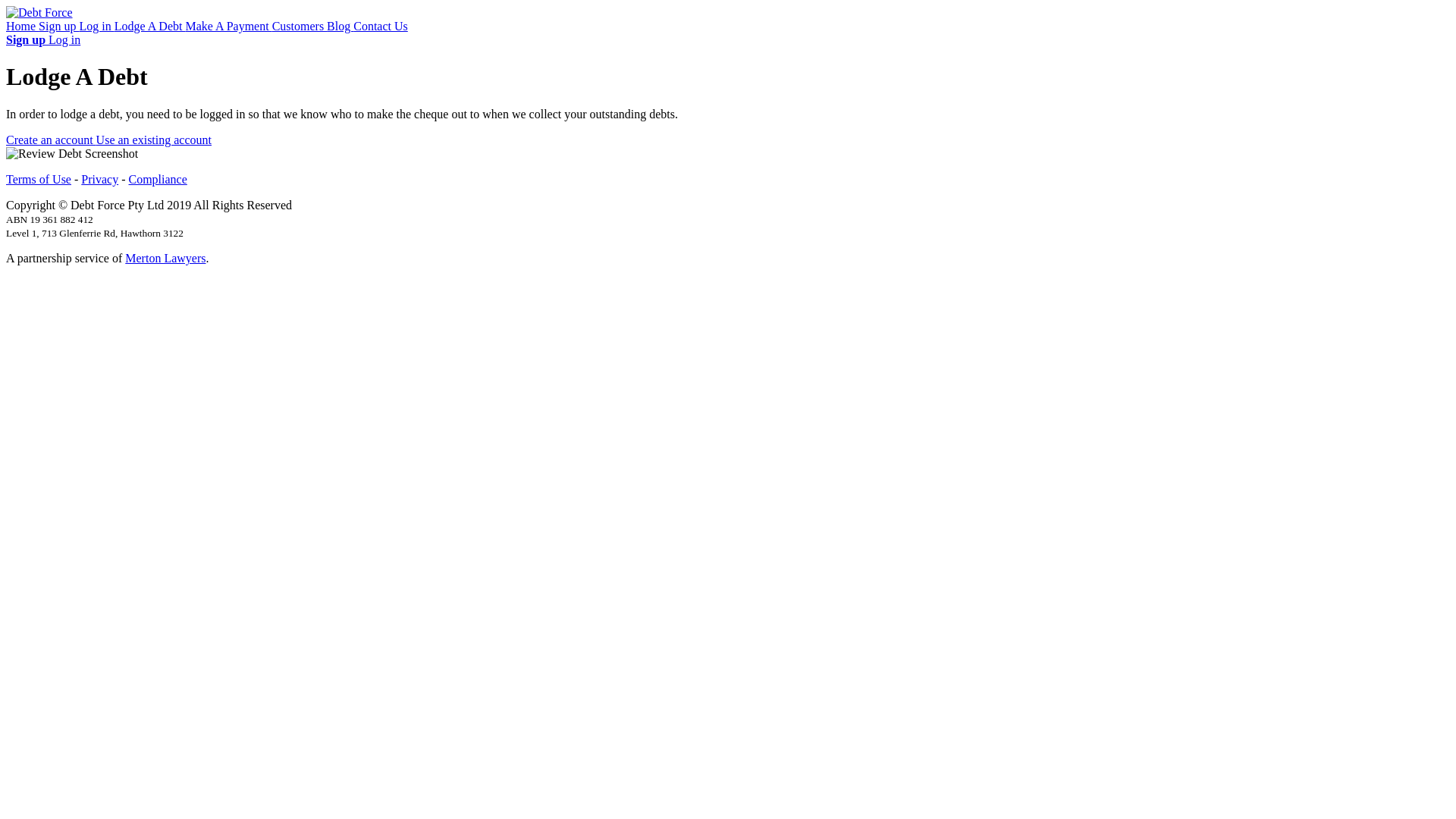  What do you see at coordinates (299, 26) in the screenshot?
I see `'Customers'` at bounding box center [299, 26].